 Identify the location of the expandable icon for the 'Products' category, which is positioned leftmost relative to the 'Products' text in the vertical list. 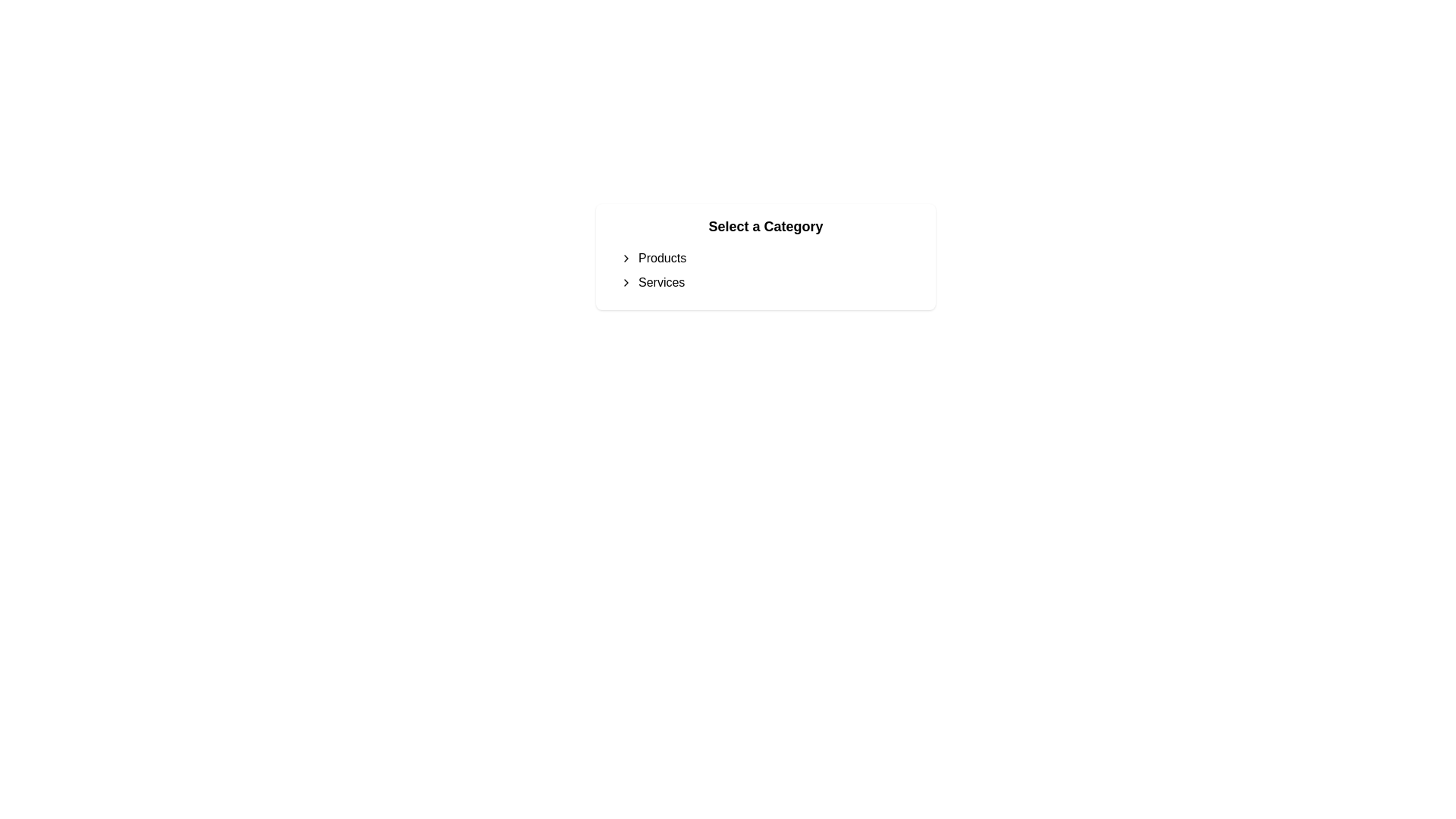
(626, 257).